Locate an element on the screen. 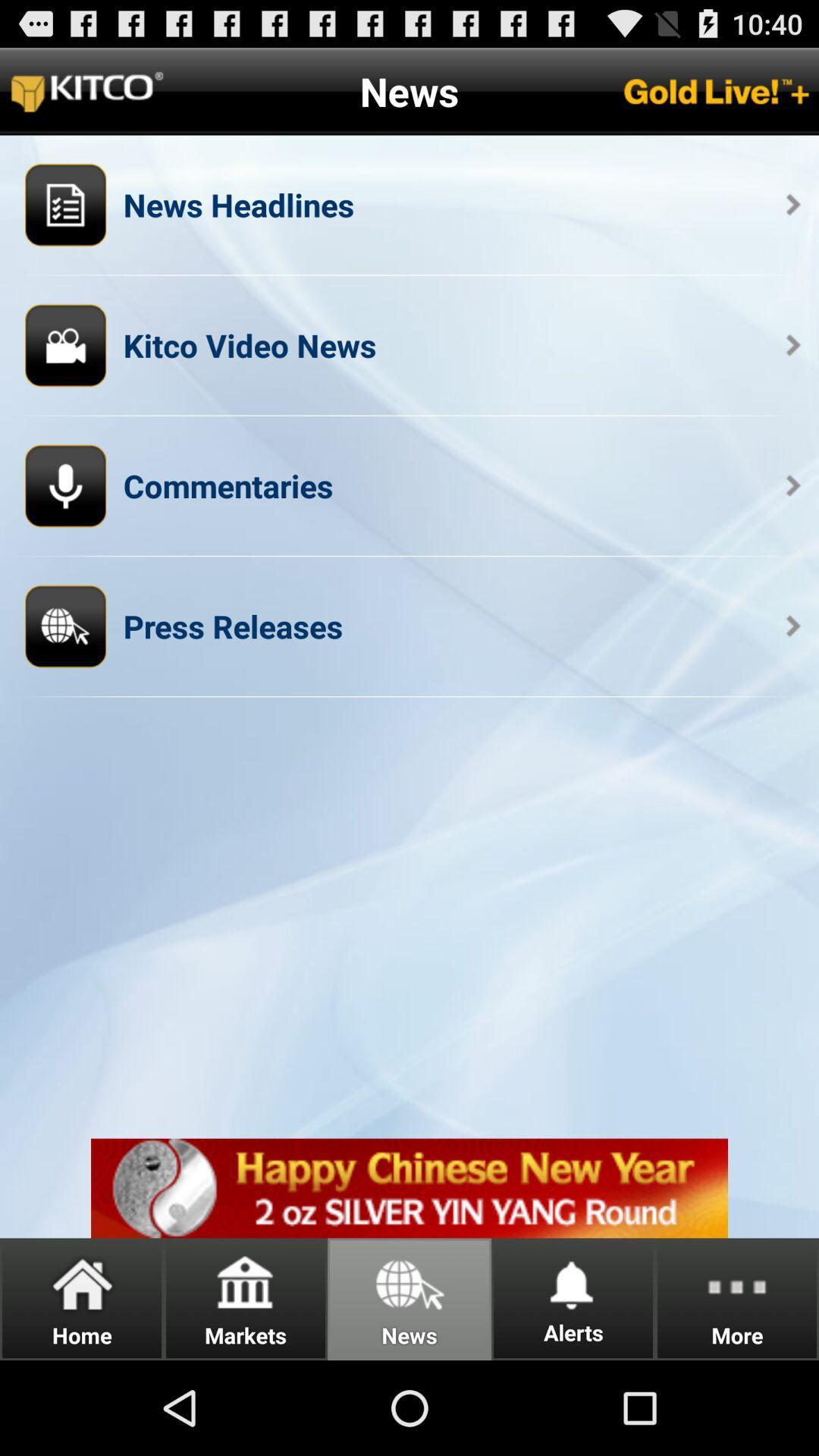  the option is located at coordinates (409, 1188).